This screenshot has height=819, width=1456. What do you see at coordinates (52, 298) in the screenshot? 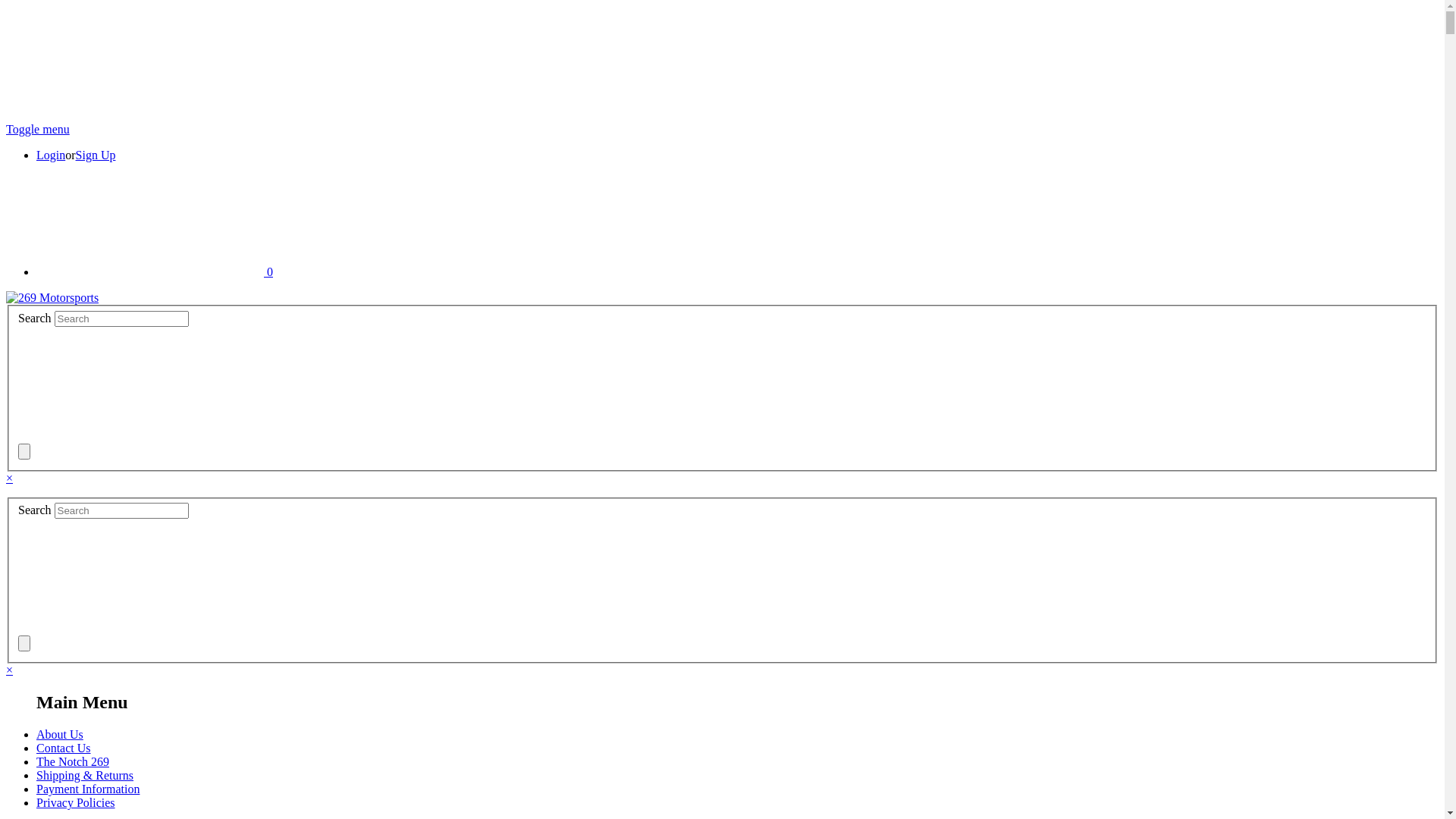
I see `'269 Motorsports'` at bounding box center [52, 298].